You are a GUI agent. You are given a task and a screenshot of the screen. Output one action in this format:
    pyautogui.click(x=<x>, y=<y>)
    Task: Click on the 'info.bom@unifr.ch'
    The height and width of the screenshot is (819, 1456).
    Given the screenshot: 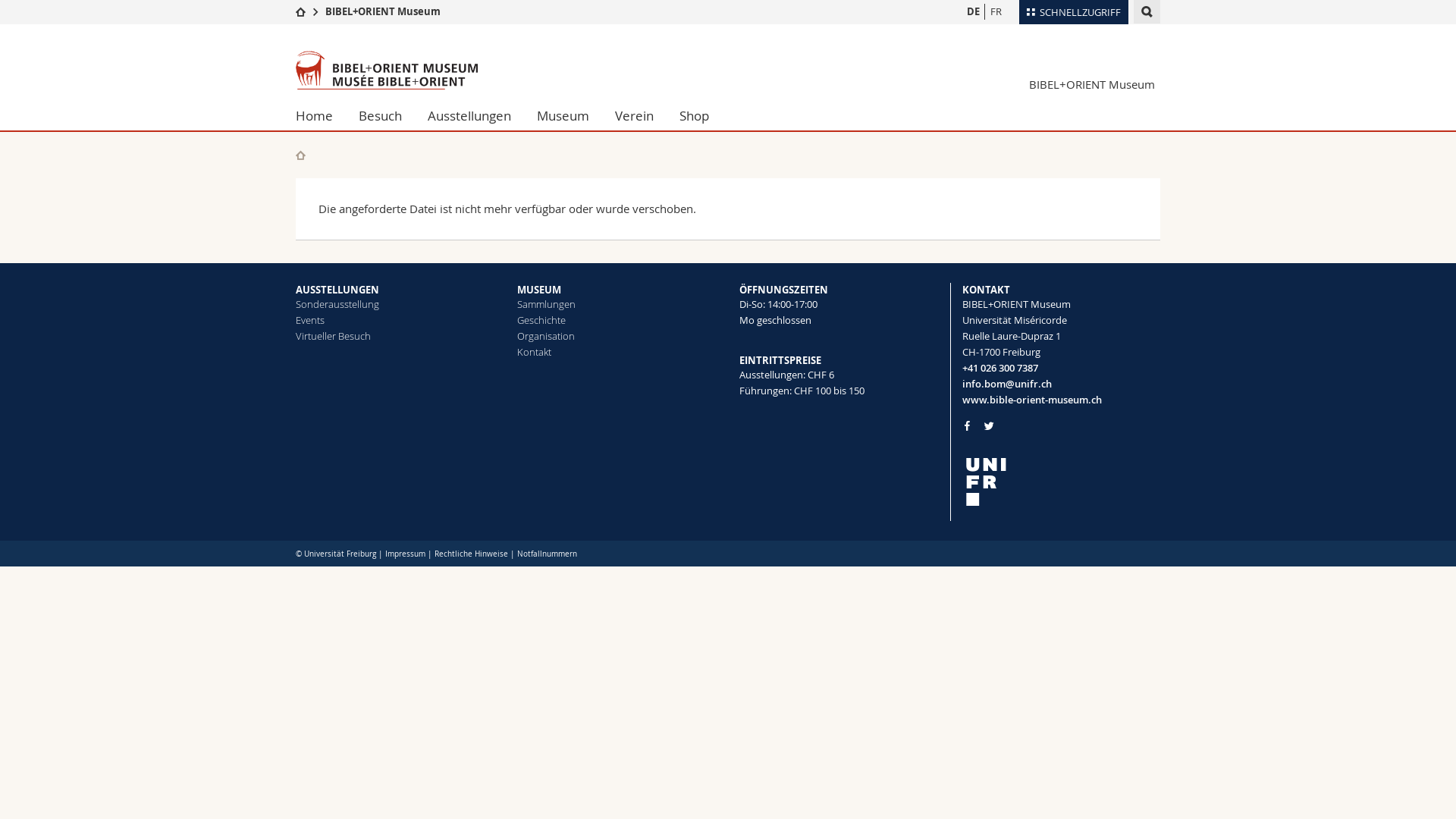 What is the action you would take?
    pyautogui.click(x=1059, y=383)
    